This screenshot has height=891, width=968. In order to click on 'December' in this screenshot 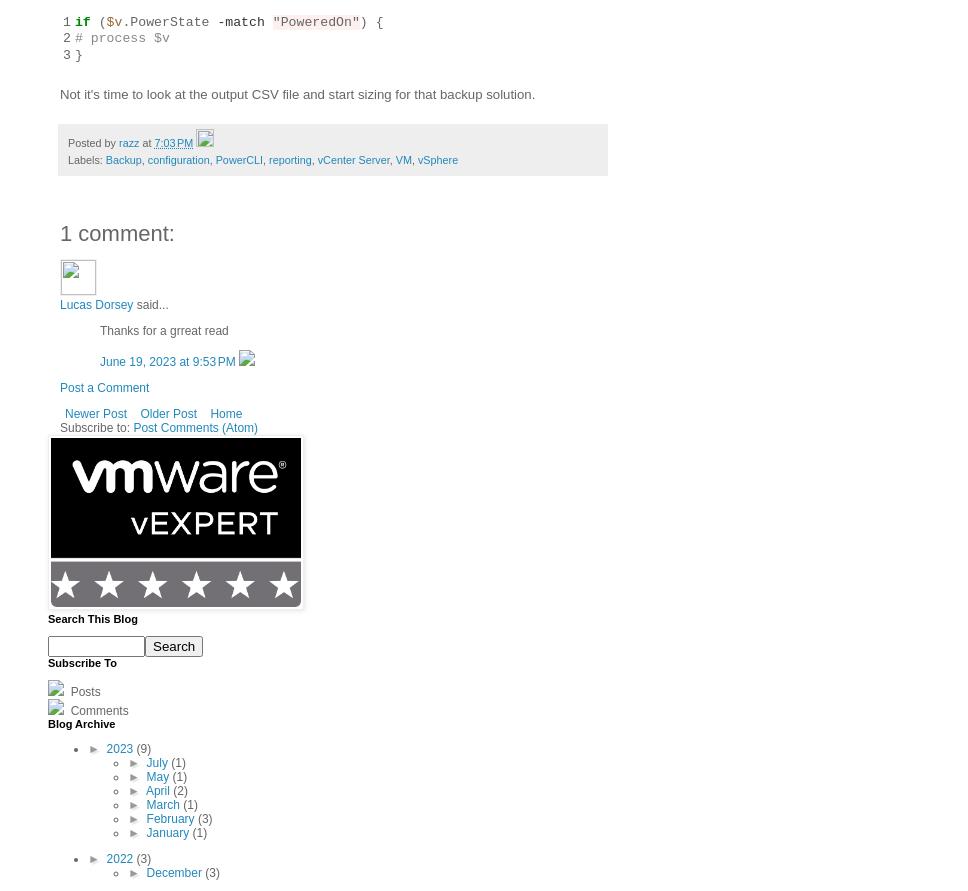, I will do `click(175, 871)`.